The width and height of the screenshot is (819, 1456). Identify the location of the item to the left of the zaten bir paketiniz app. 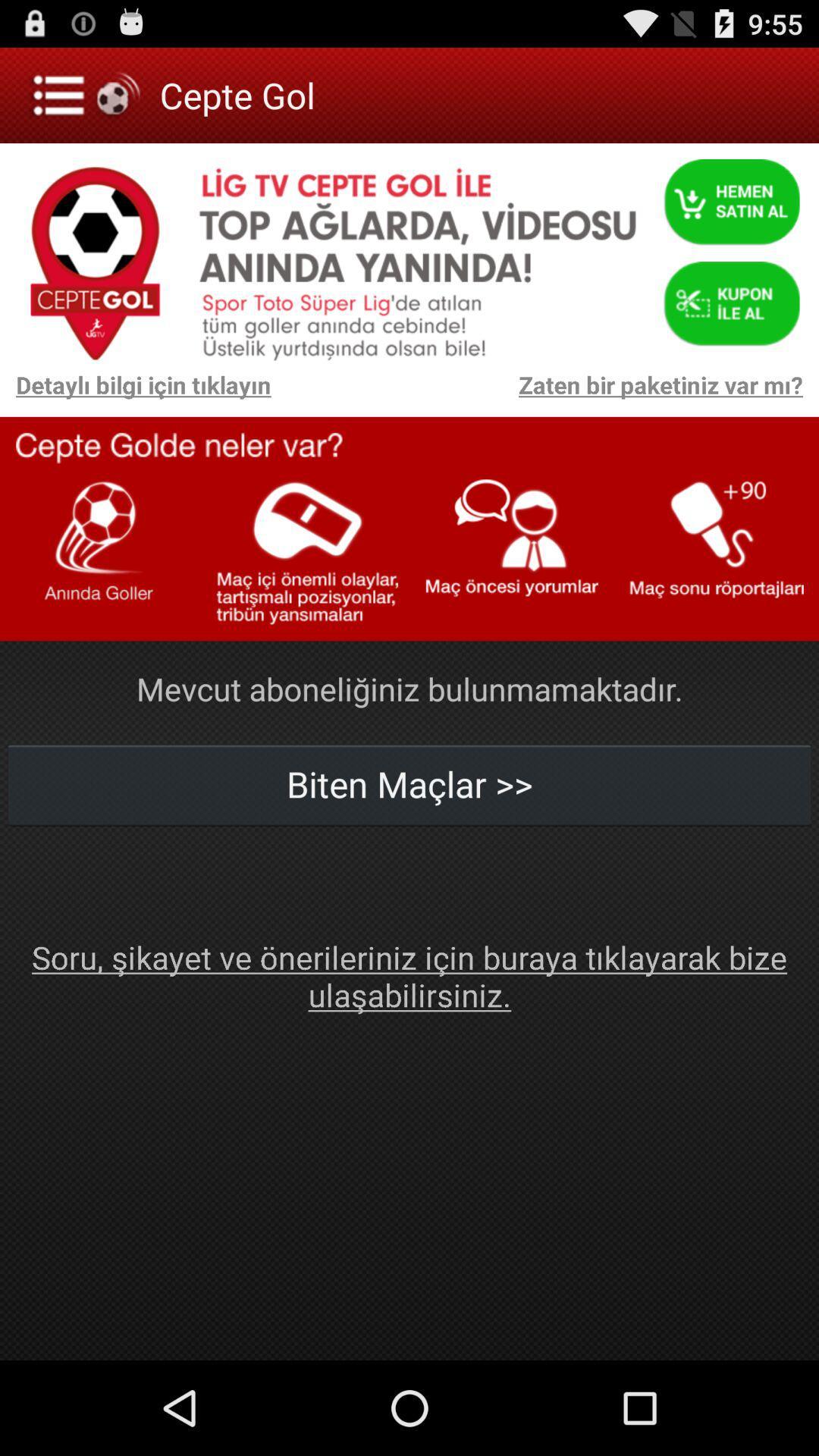
(134, 392).